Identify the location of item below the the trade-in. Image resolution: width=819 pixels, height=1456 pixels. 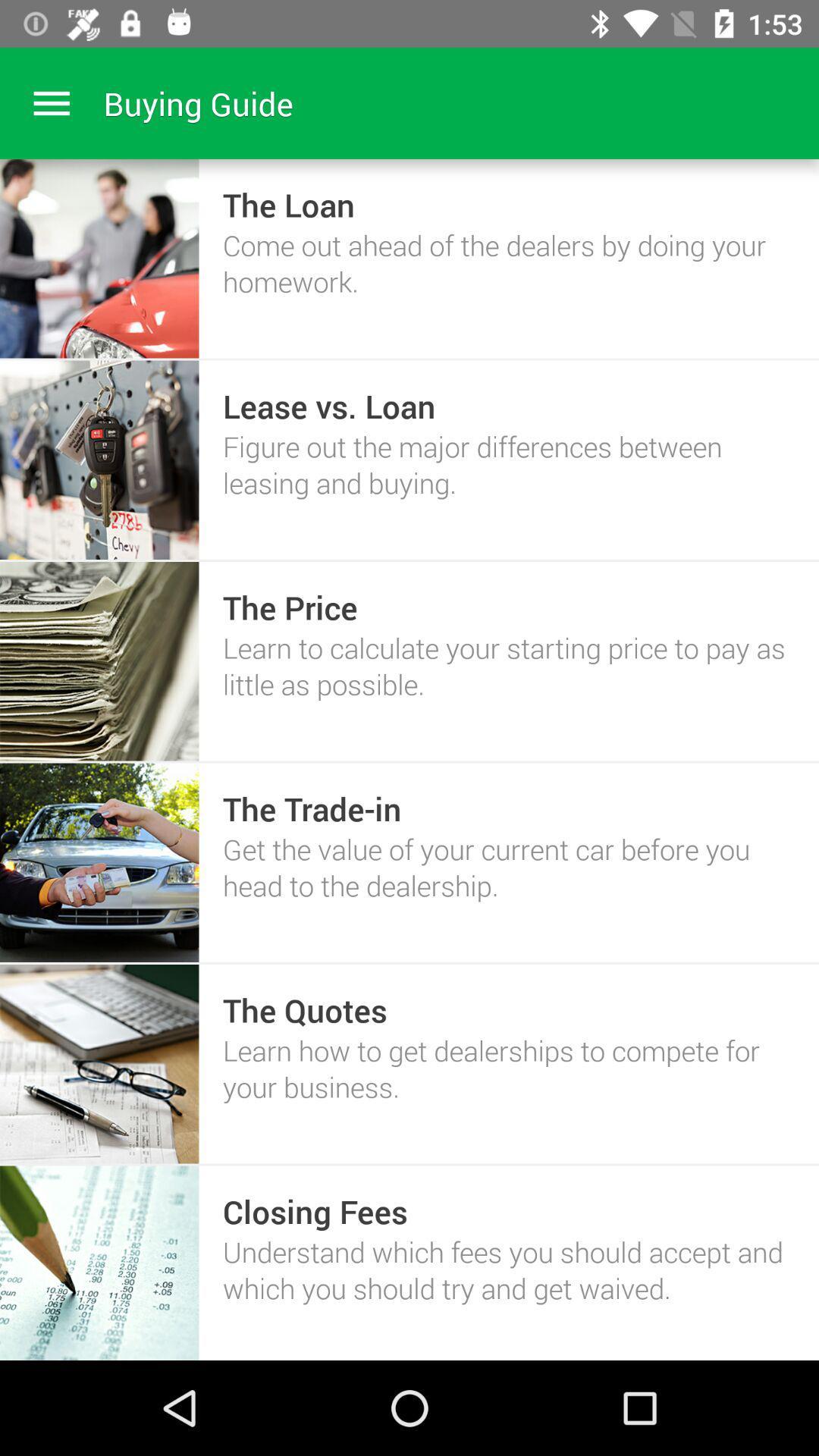
(509, 867).